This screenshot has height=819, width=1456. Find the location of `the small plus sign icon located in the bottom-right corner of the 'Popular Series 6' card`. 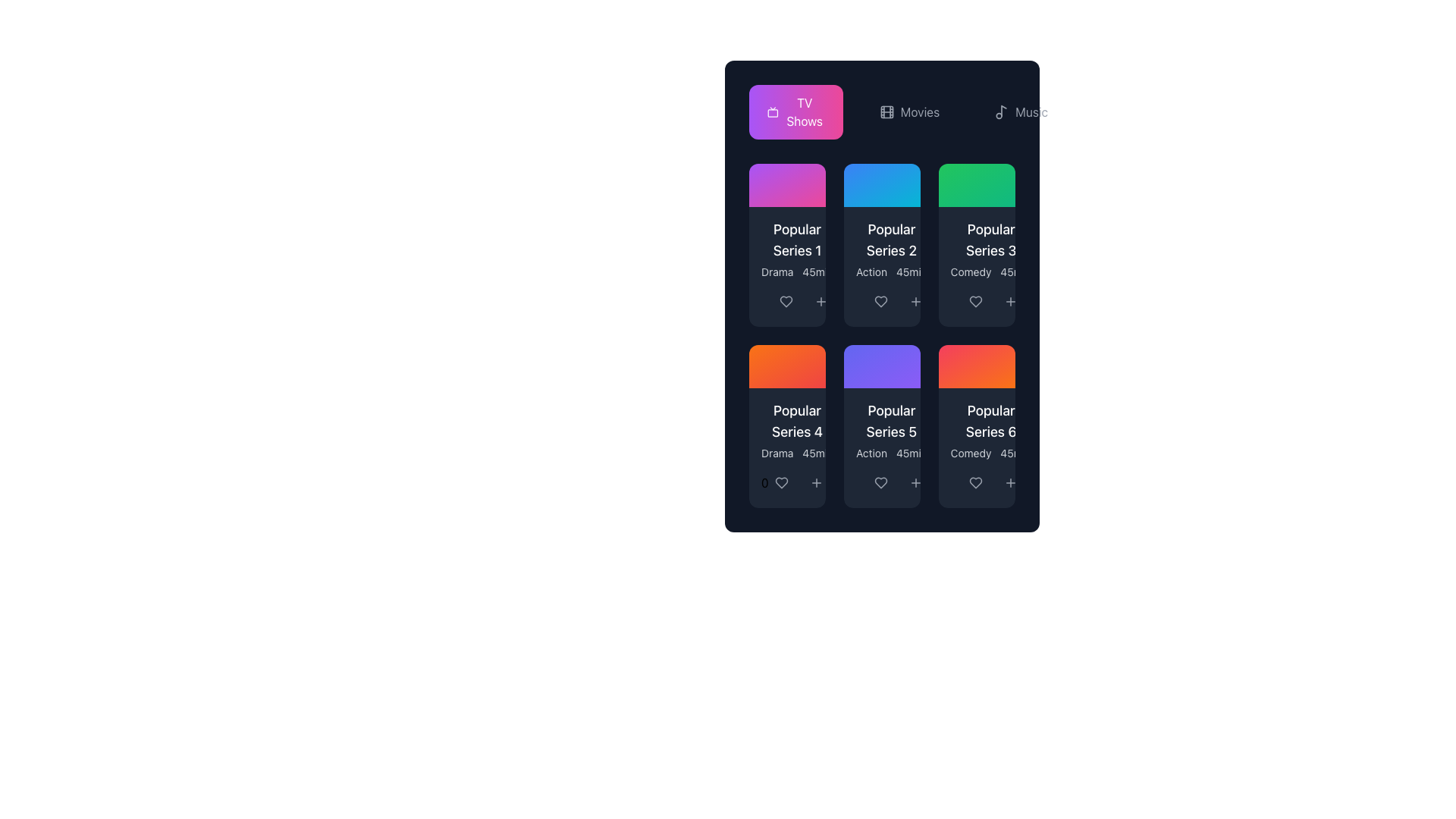

the small plus sign icon located in the bottom-right corner of the 'Popular Series 6' card is located at coordinates (1011, 482).